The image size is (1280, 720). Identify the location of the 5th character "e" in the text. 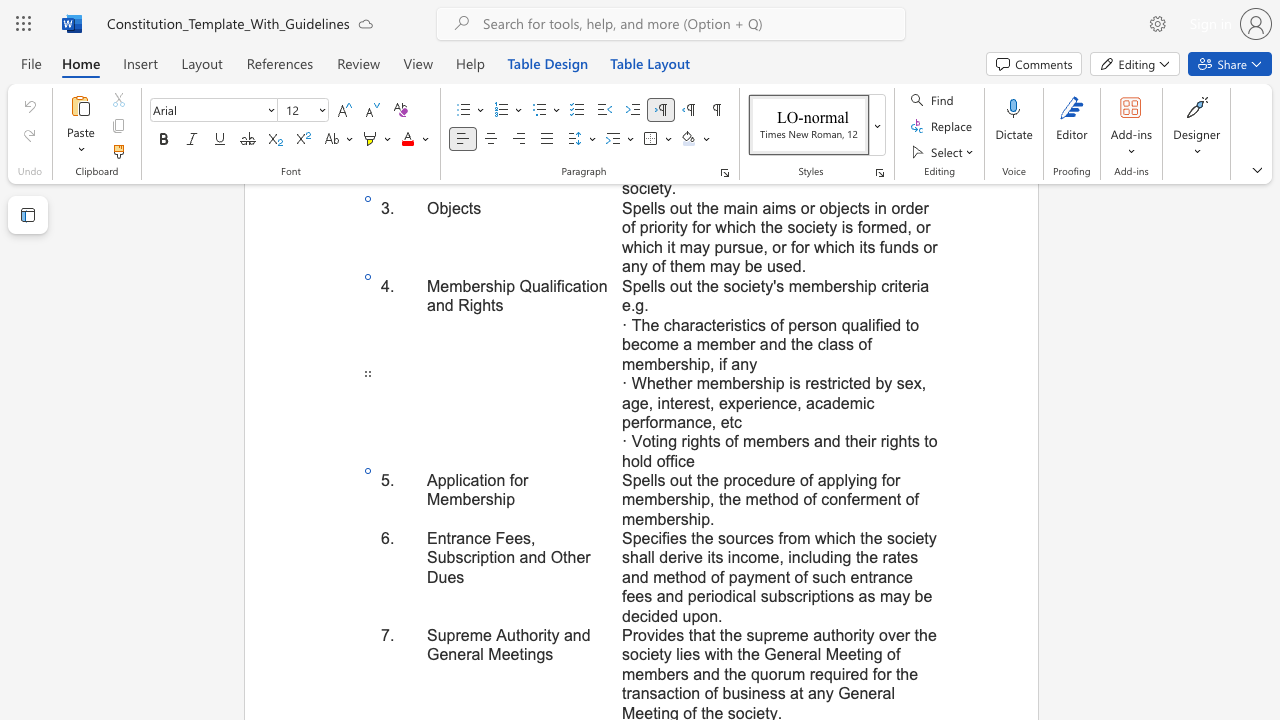
(638, 498).